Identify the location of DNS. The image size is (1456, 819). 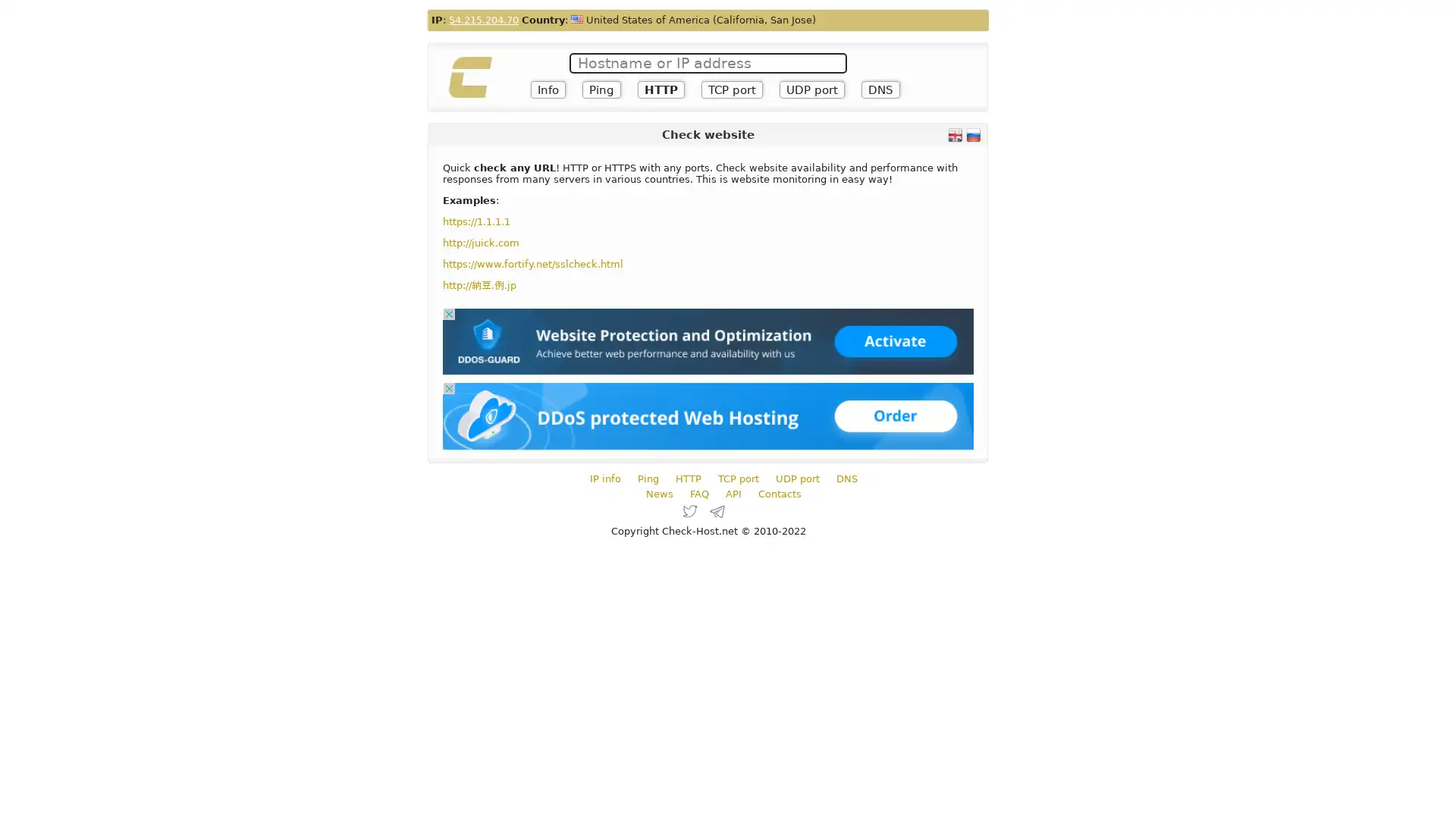
(880, 89).